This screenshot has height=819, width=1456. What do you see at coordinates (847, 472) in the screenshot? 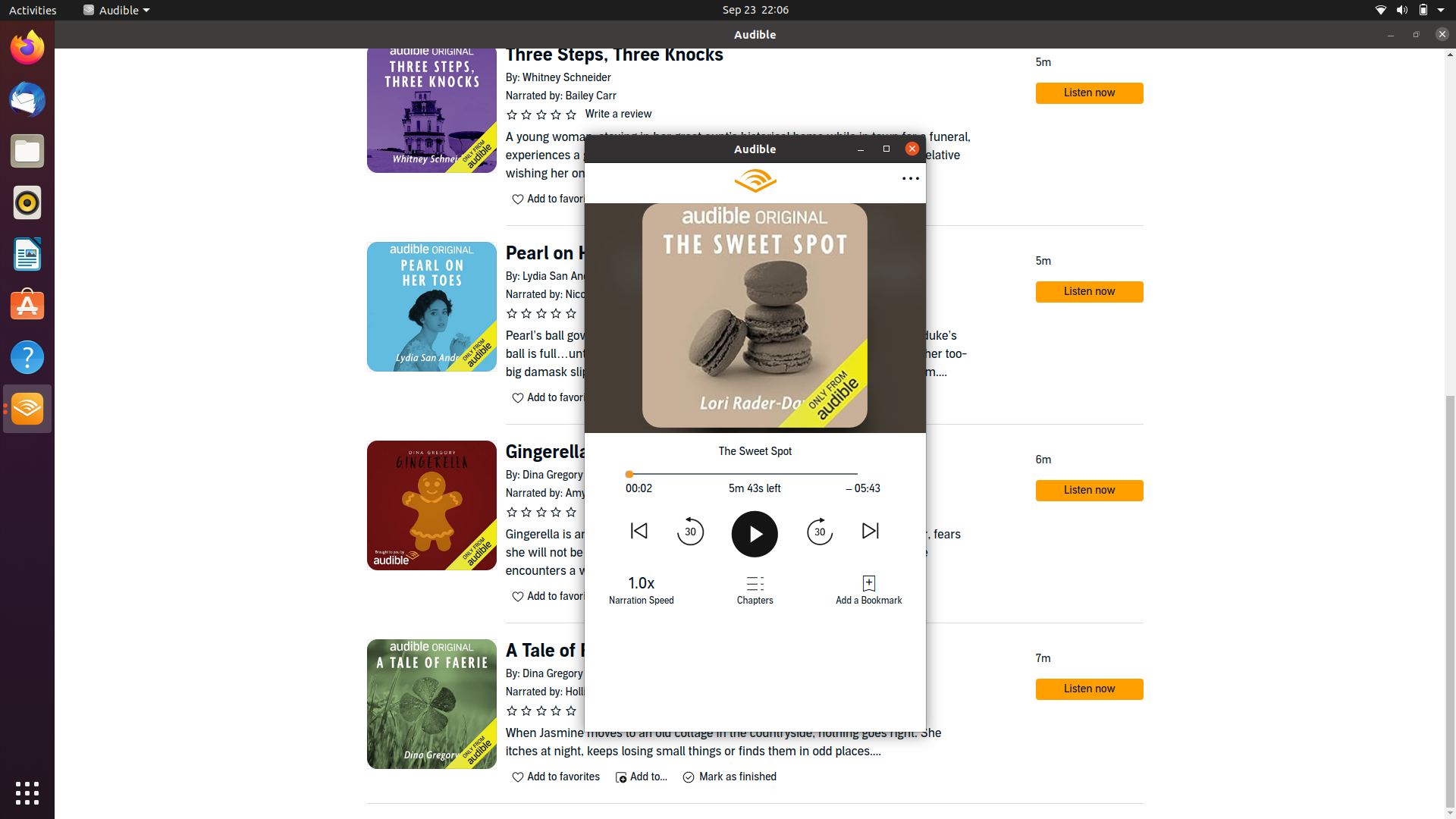
I see `Move to the last part of the book` at bounding box center [847, 472].